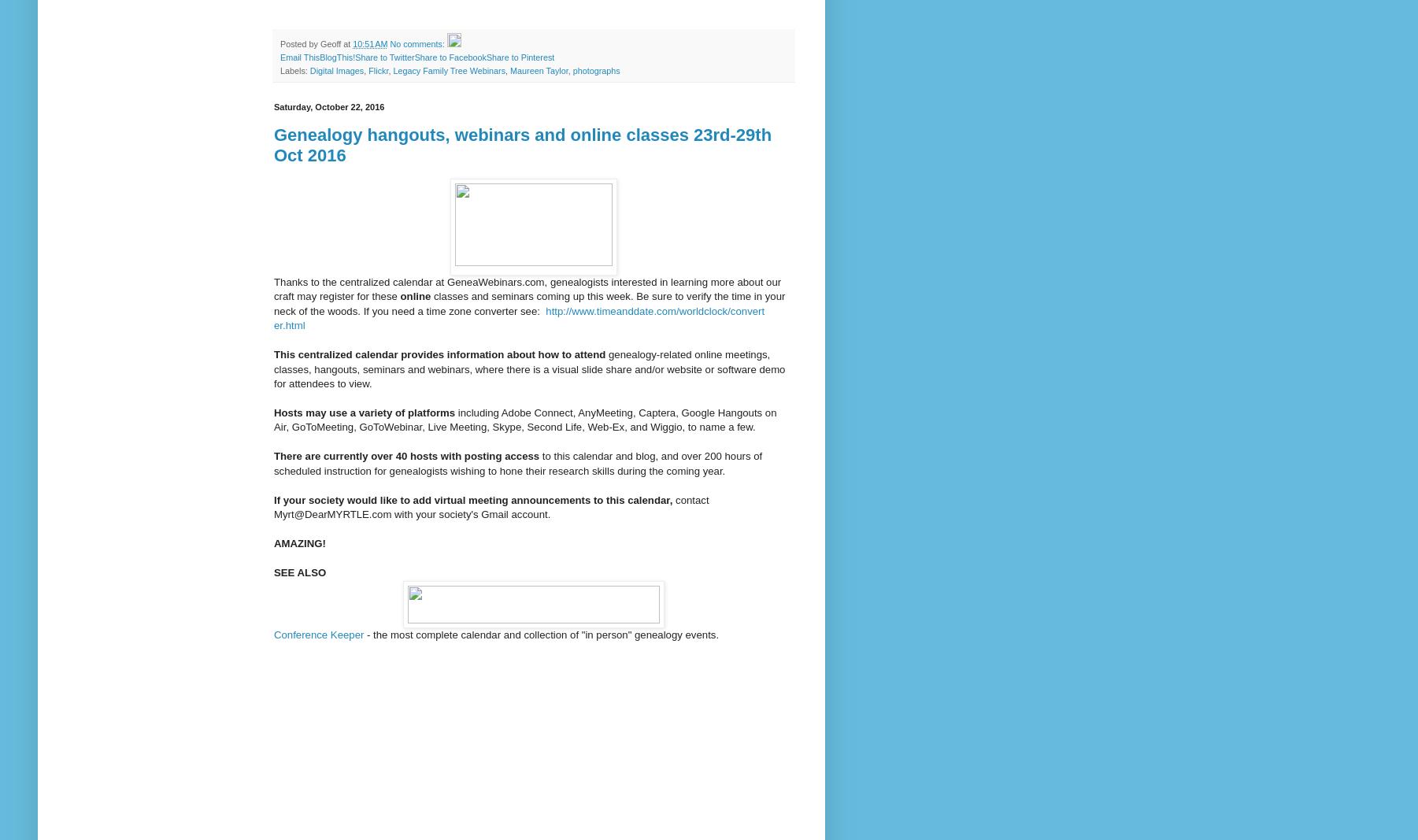  What do you see at coordinates (615, 309) in the screenshot?
I see `'anddate.com/wor'` at bounding box center [615, 309].